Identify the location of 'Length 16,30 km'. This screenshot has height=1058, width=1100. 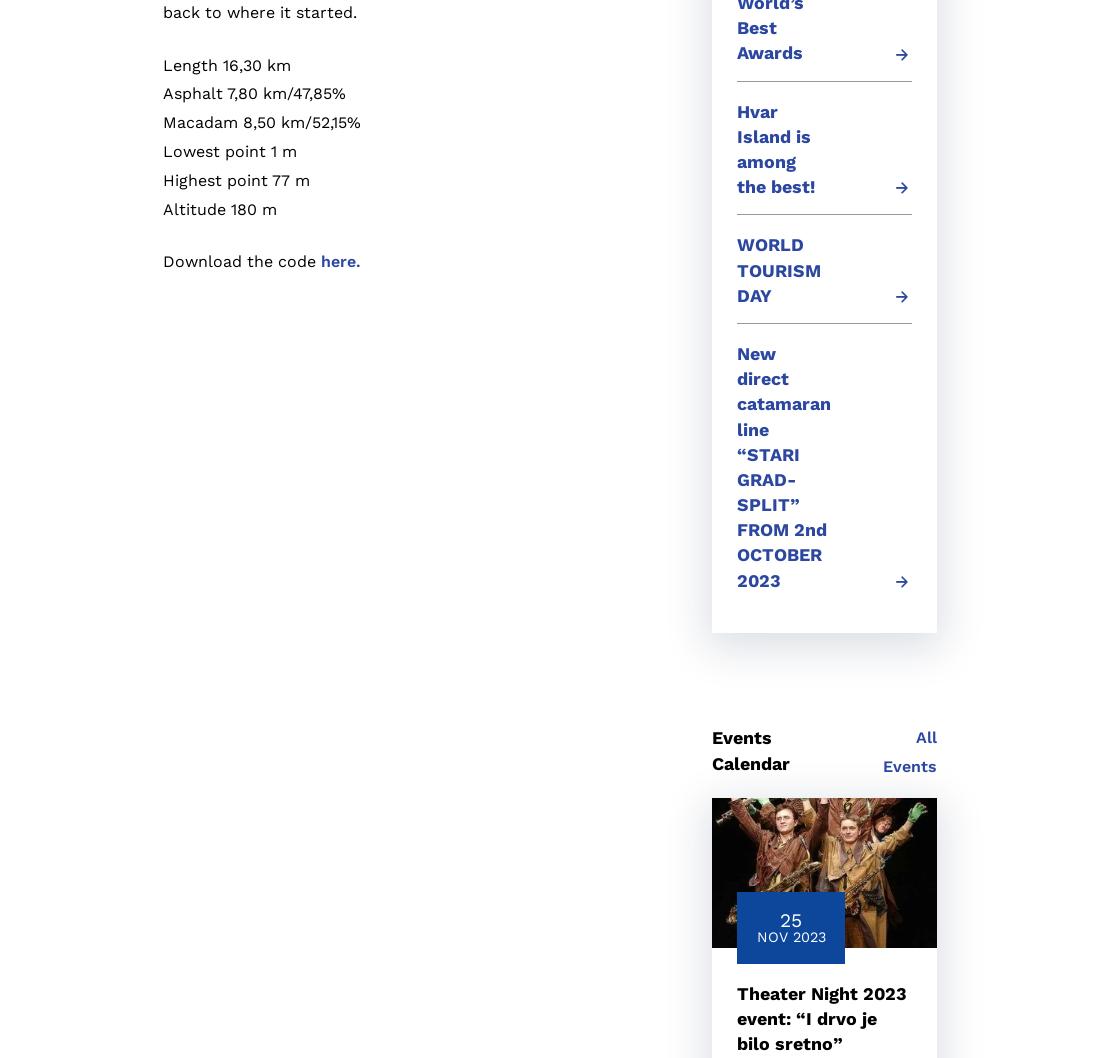
(161, 64).